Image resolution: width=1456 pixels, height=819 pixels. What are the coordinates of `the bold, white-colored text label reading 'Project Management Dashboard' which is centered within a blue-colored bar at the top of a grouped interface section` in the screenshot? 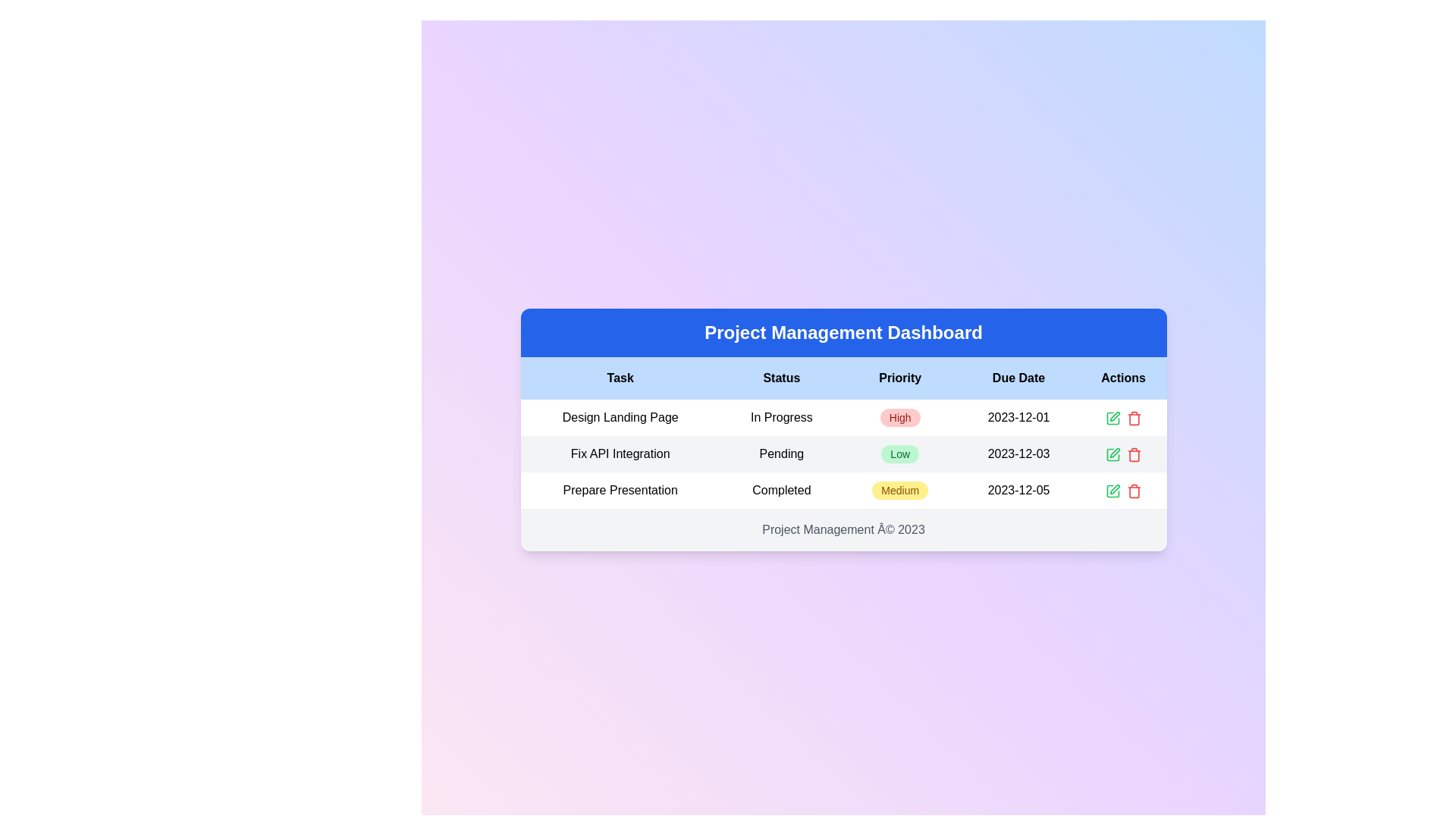 It's located at (843, 332).